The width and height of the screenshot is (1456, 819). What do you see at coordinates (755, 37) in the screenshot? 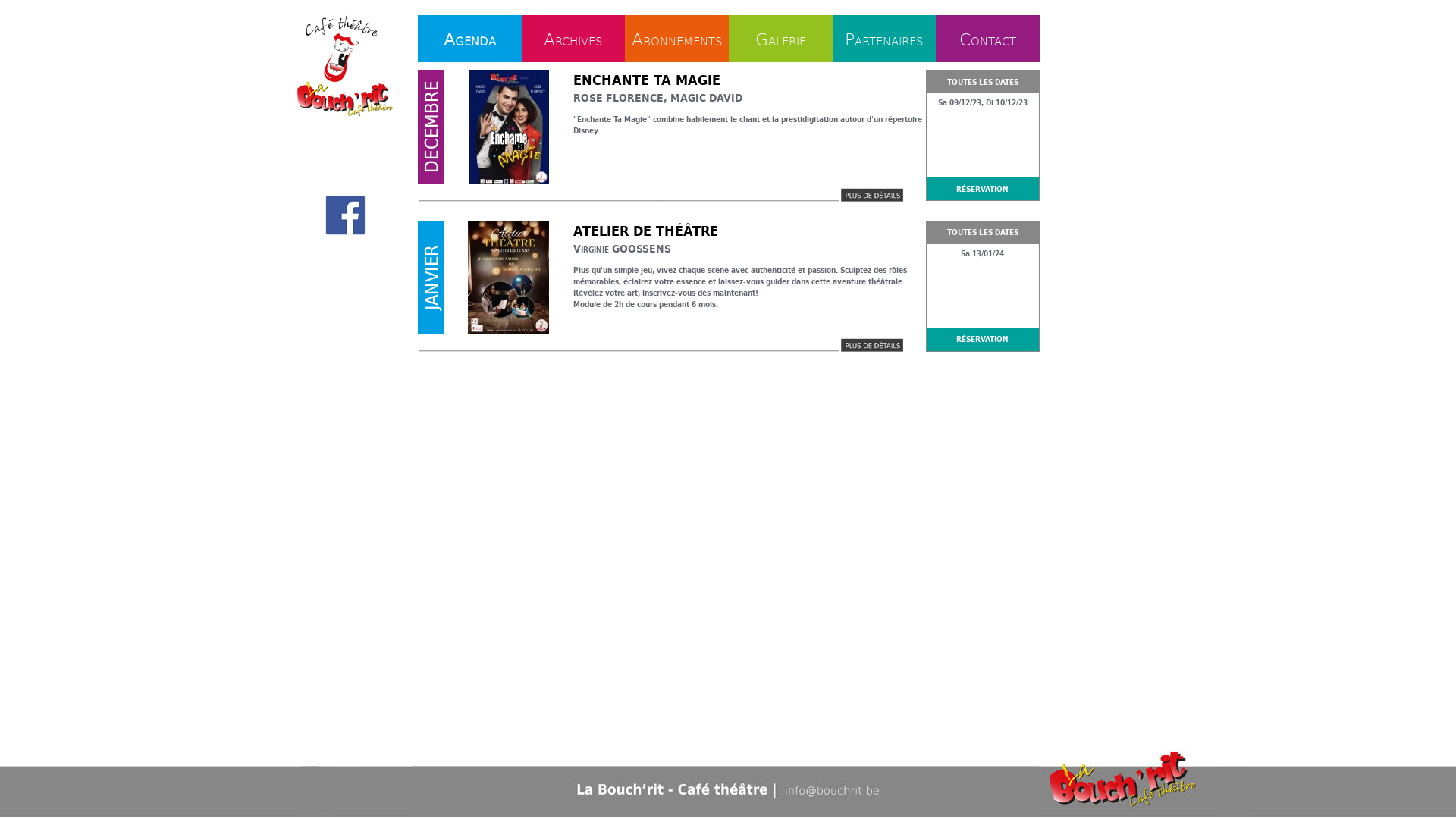
I see `'Galerie'` at bounding box center [755, 37].